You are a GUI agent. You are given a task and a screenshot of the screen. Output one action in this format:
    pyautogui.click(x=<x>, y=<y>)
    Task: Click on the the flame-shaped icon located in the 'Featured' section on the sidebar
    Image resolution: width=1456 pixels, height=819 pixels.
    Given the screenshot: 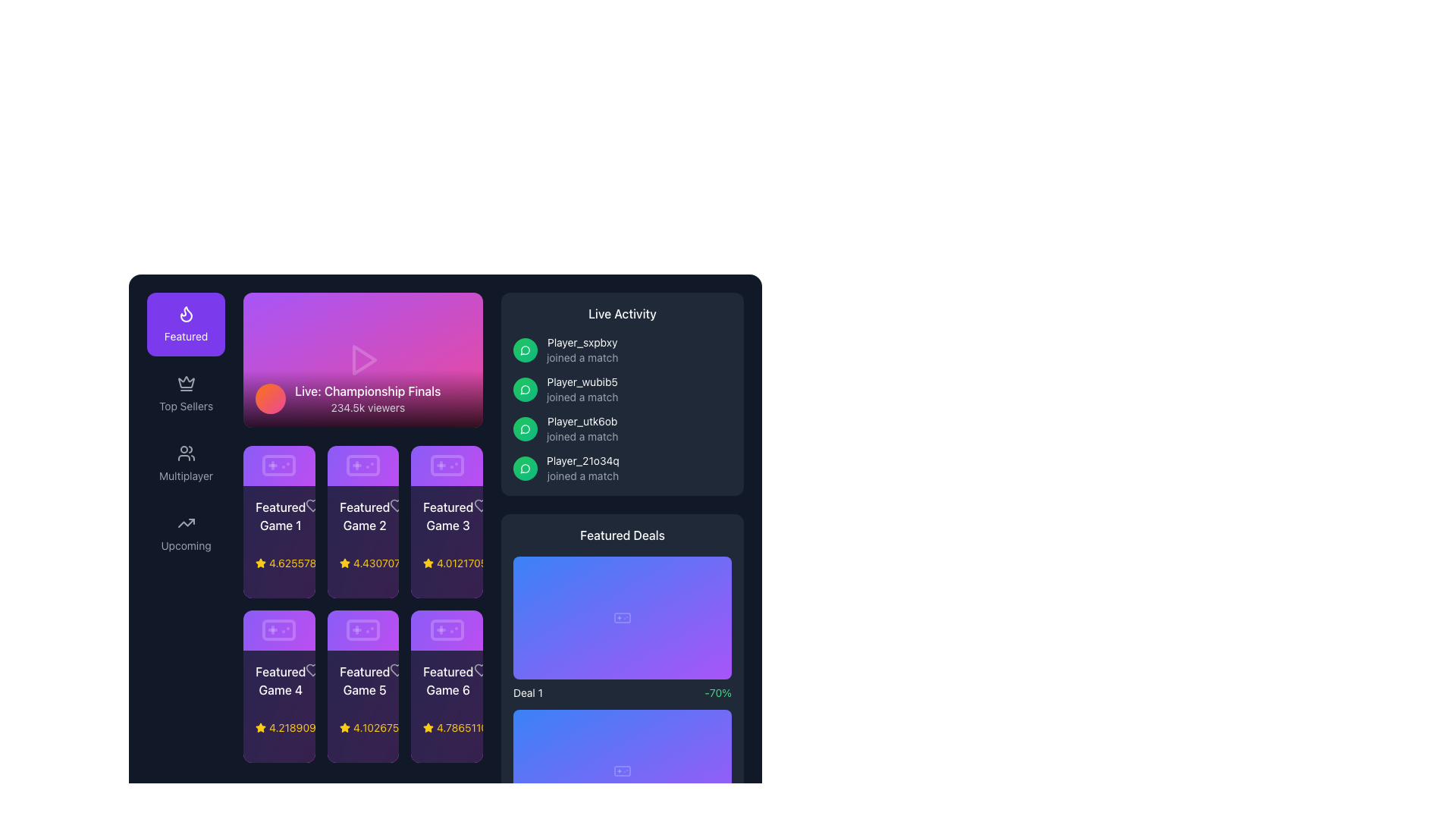 What is the action you would take?
    pyautogui.click(x=185, y=313)
    